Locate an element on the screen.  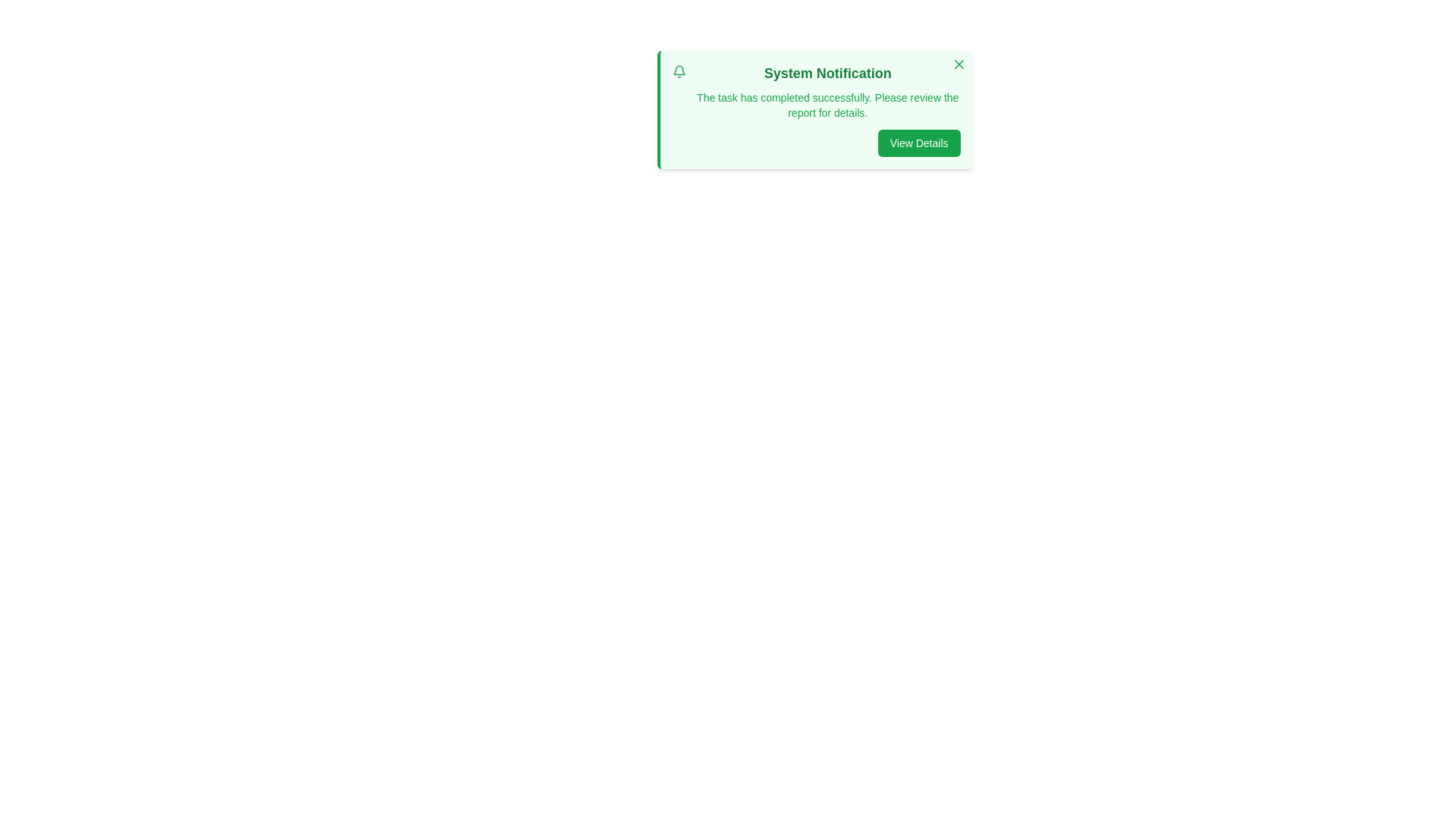
close button to dismiss the notification is located at coordinates (958, 63).